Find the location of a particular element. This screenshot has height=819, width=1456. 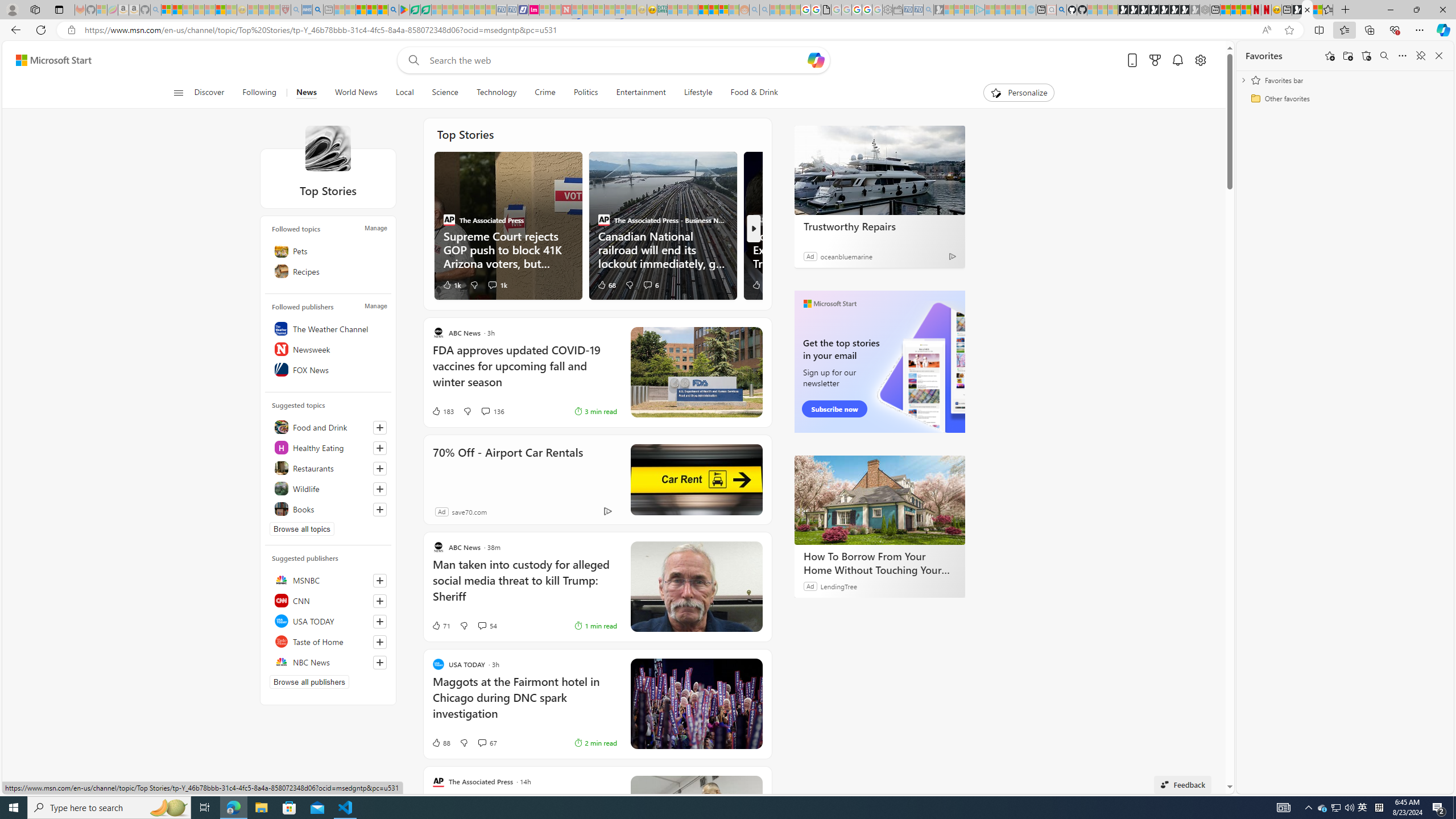

'Add folder' is located at coordinates (1347, 55).